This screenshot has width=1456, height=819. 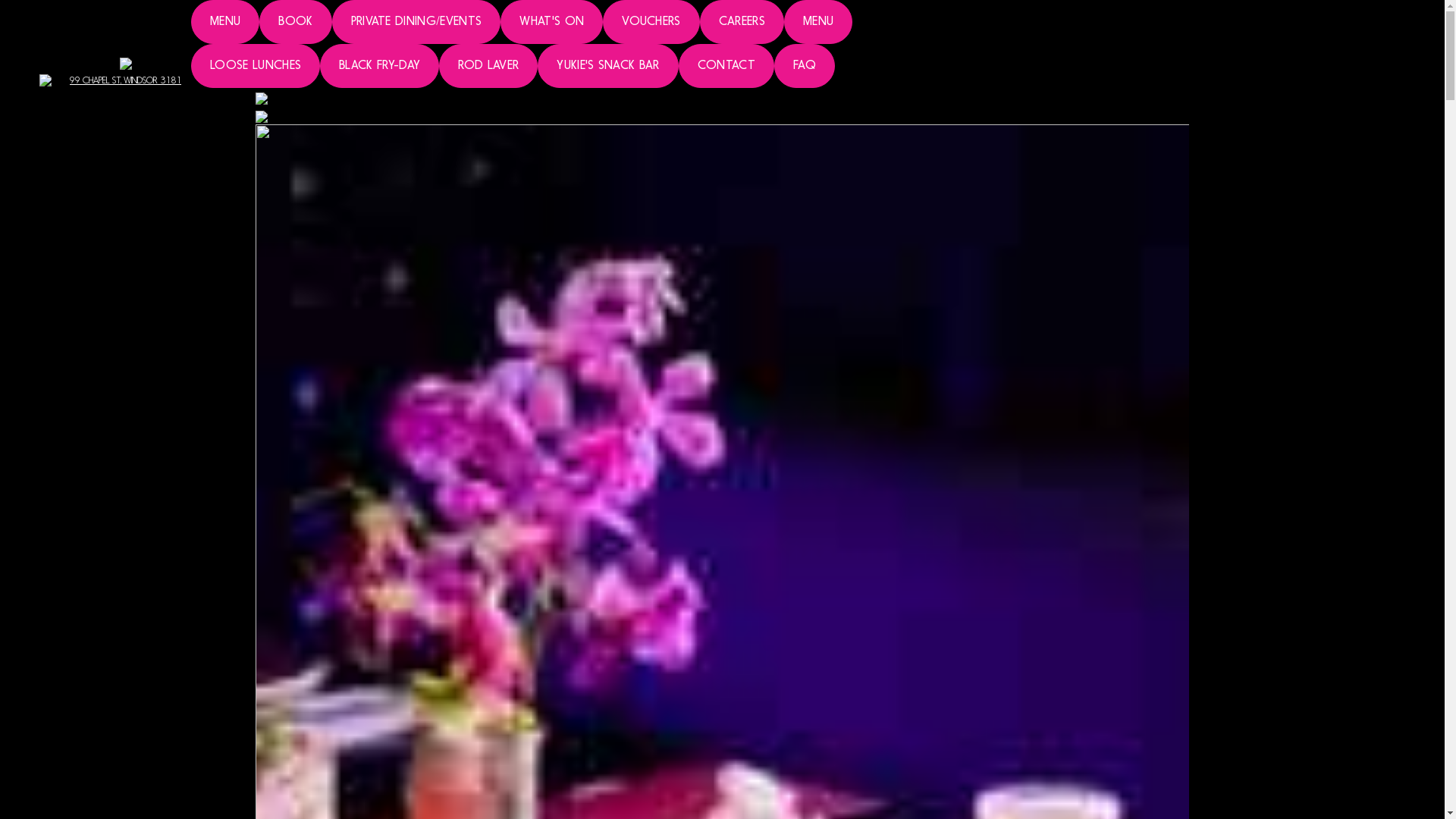 What do you see at coordinates (488, 65) in the screenshot?
I see `'ROD LAVER'` at bounding box center [488, 65].